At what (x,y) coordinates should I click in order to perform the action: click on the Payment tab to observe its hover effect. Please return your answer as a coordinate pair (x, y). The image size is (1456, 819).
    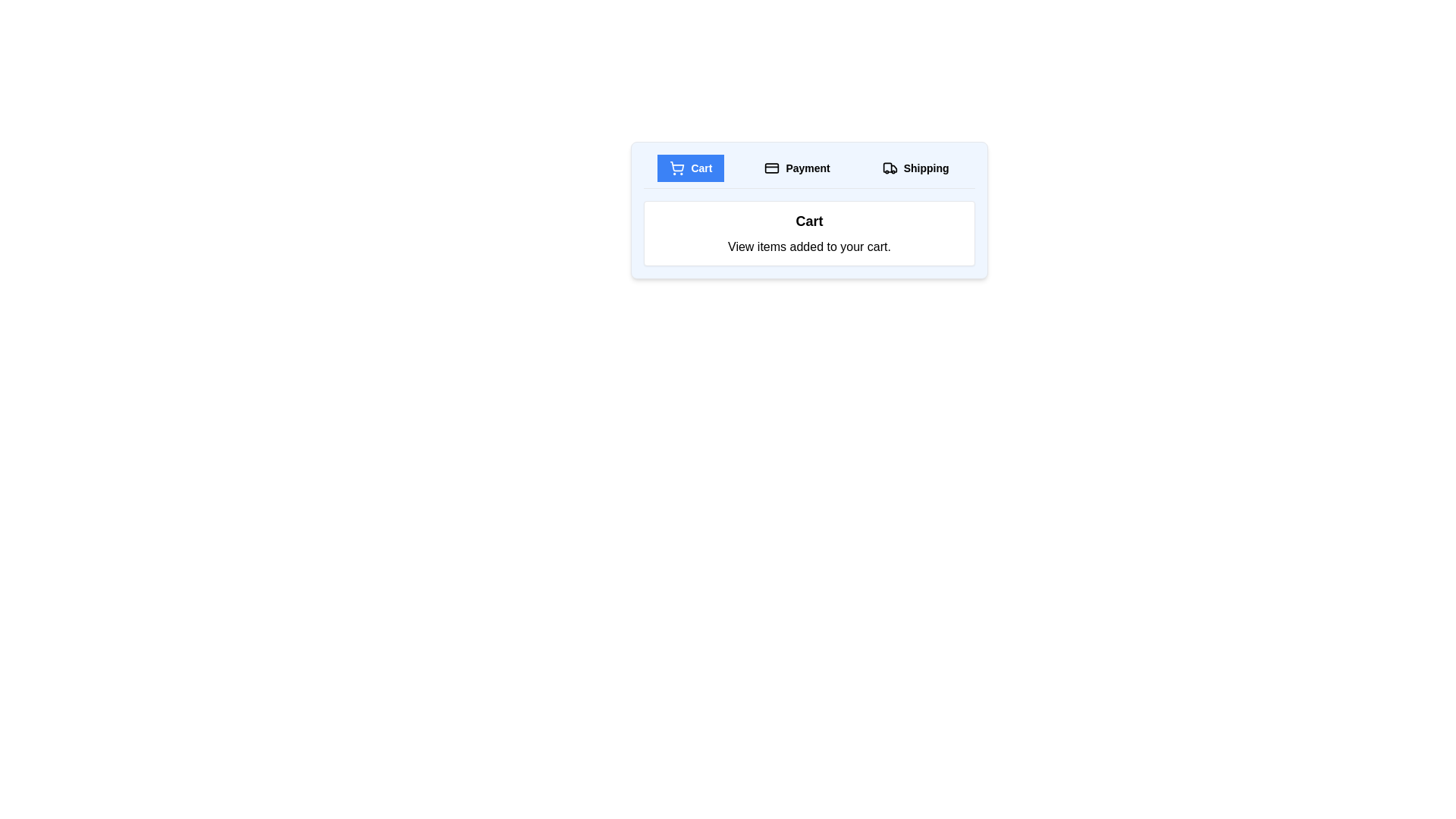
    Looking at the image, I should click on (796, 168).